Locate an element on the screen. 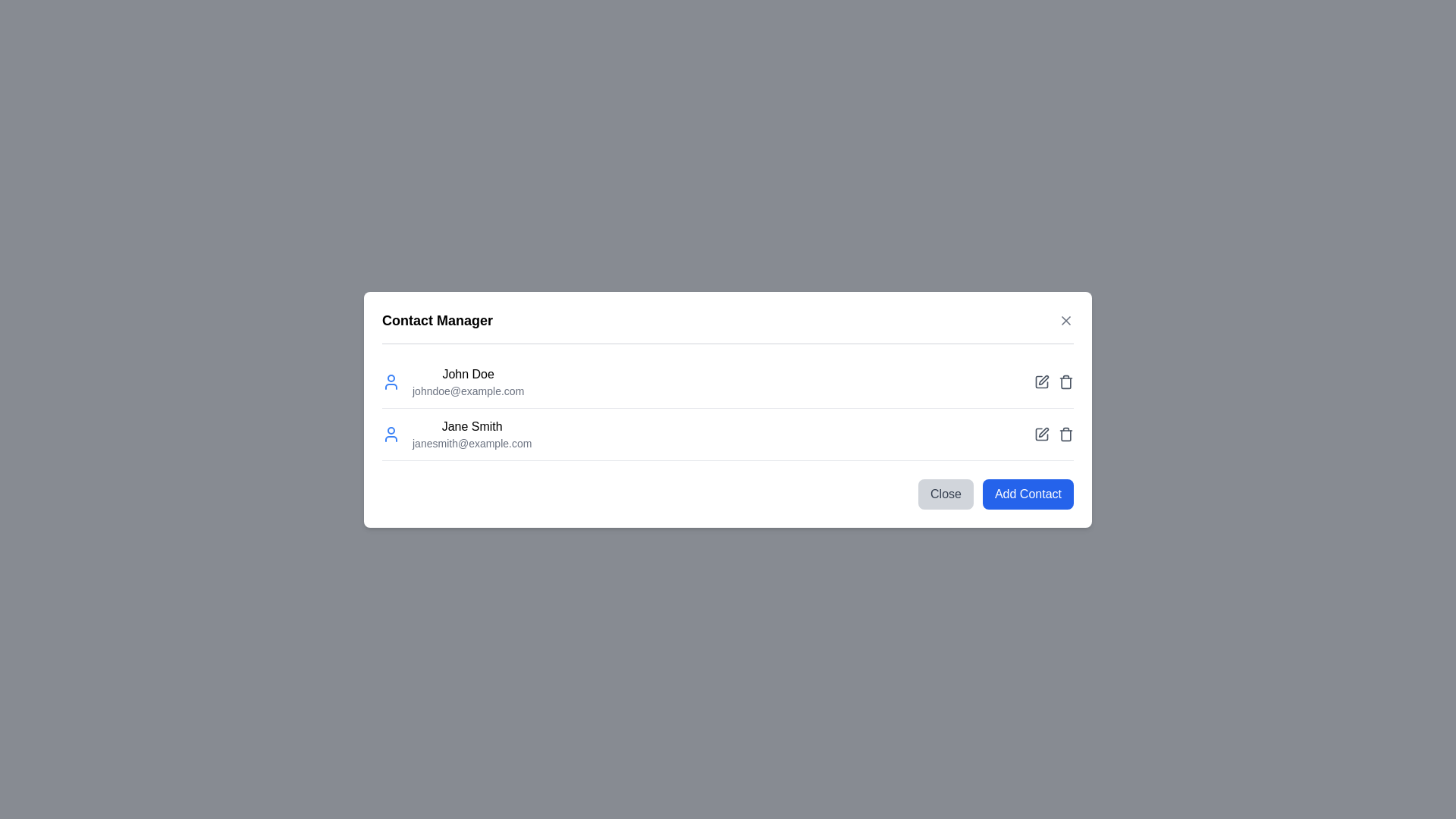 This screenshot has height=819, width=1456. the trash can icon located is located at coordinates (1065, 434).